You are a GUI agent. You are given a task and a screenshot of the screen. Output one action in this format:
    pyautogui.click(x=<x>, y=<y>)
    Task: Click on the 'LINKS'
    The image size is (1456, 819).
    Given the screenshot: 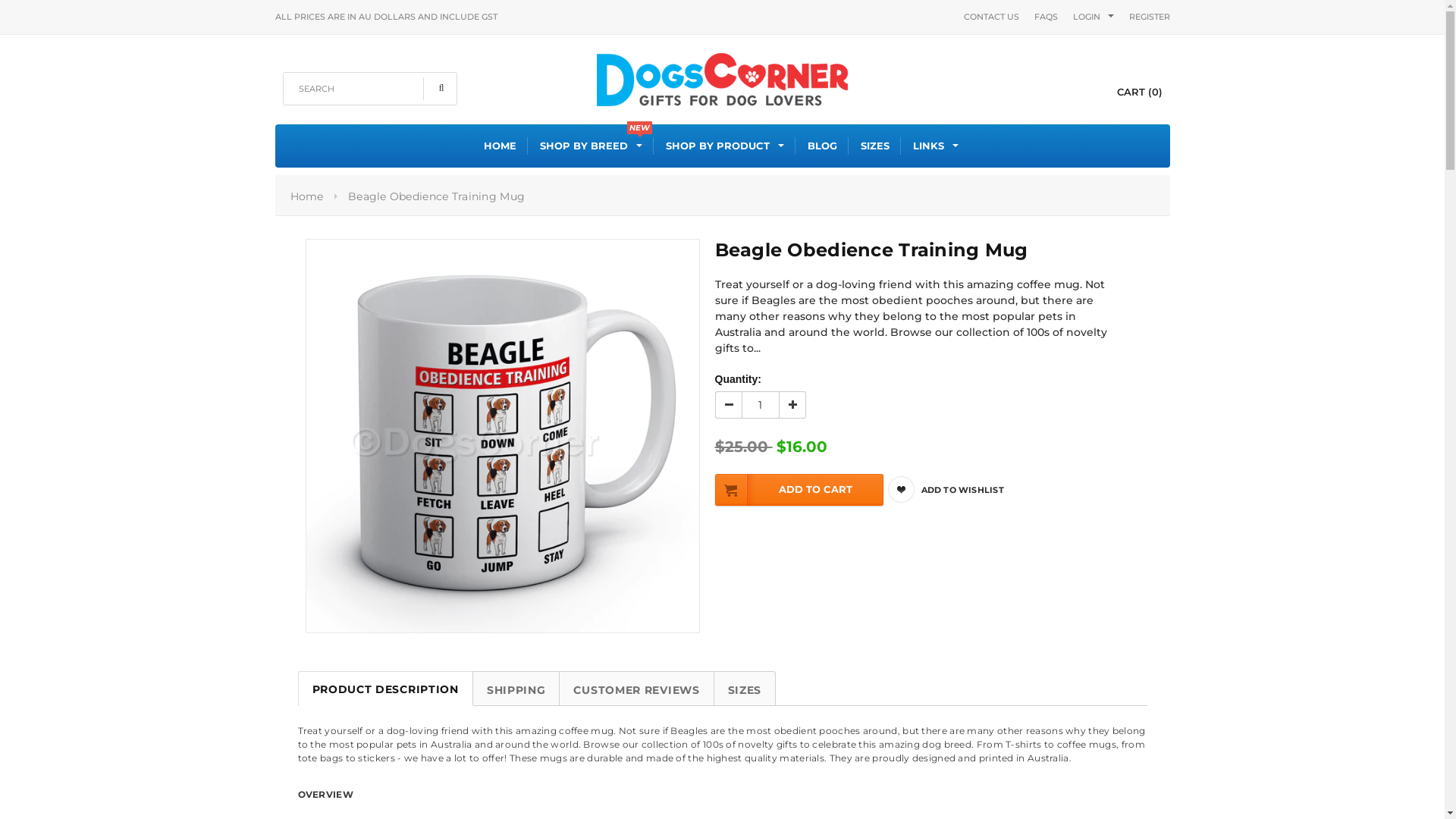 What is the action you would take?
    pyautogui.click(x=934, y=146)
    